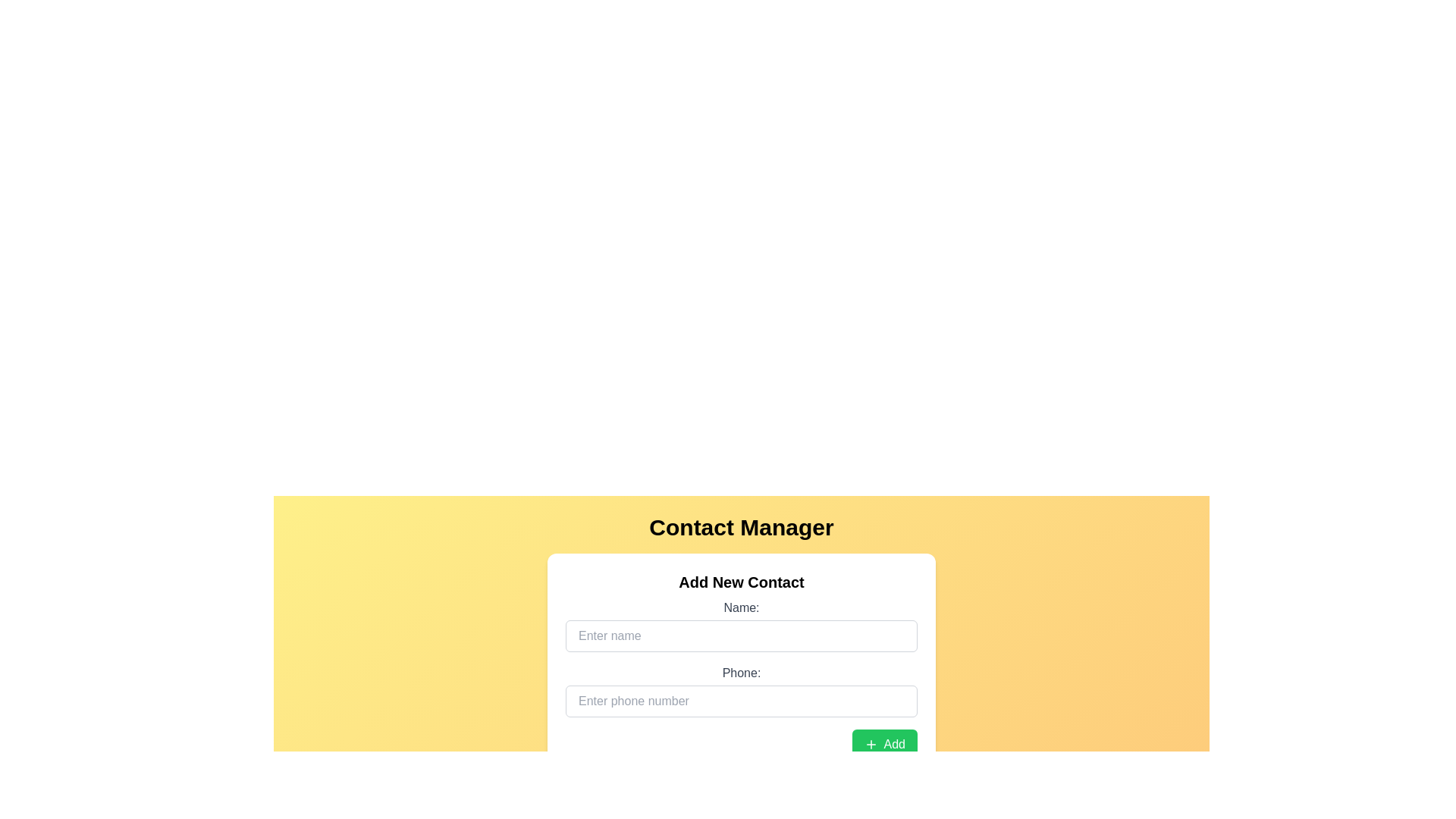  What do you see at coordinates (871, 744) in the screenshot?
I see `the plus icon located within the 'Add' button, which features a white stroke on a green background, positioned in the bottom-right of the 'Add New Contact' form` at bounding box center [871, 744].